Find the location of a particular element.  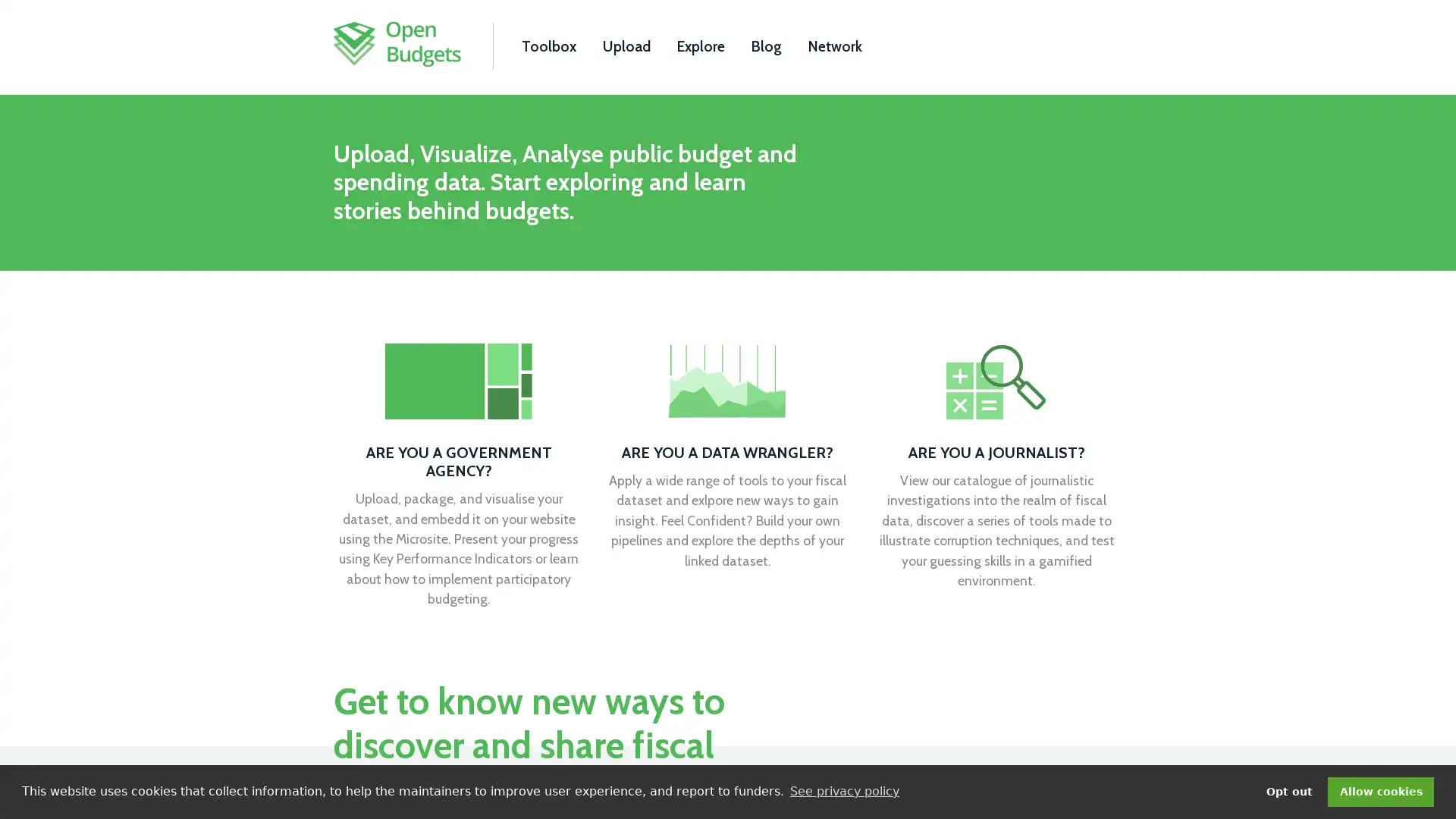

learn more about cookies is located at coordinates (843, 791).